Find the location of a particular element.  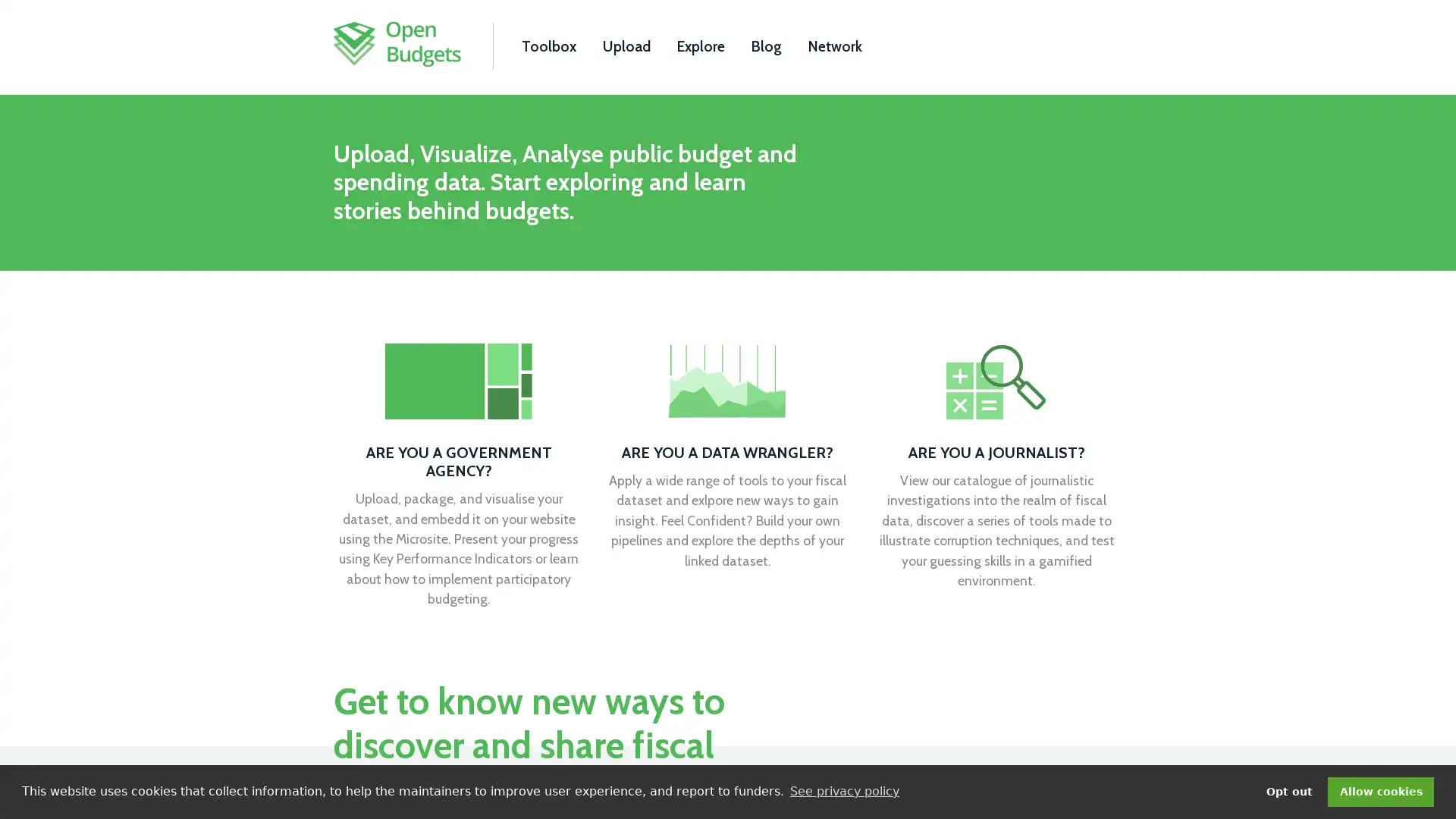

learn more about cookies is located at coordinates (843, 791).